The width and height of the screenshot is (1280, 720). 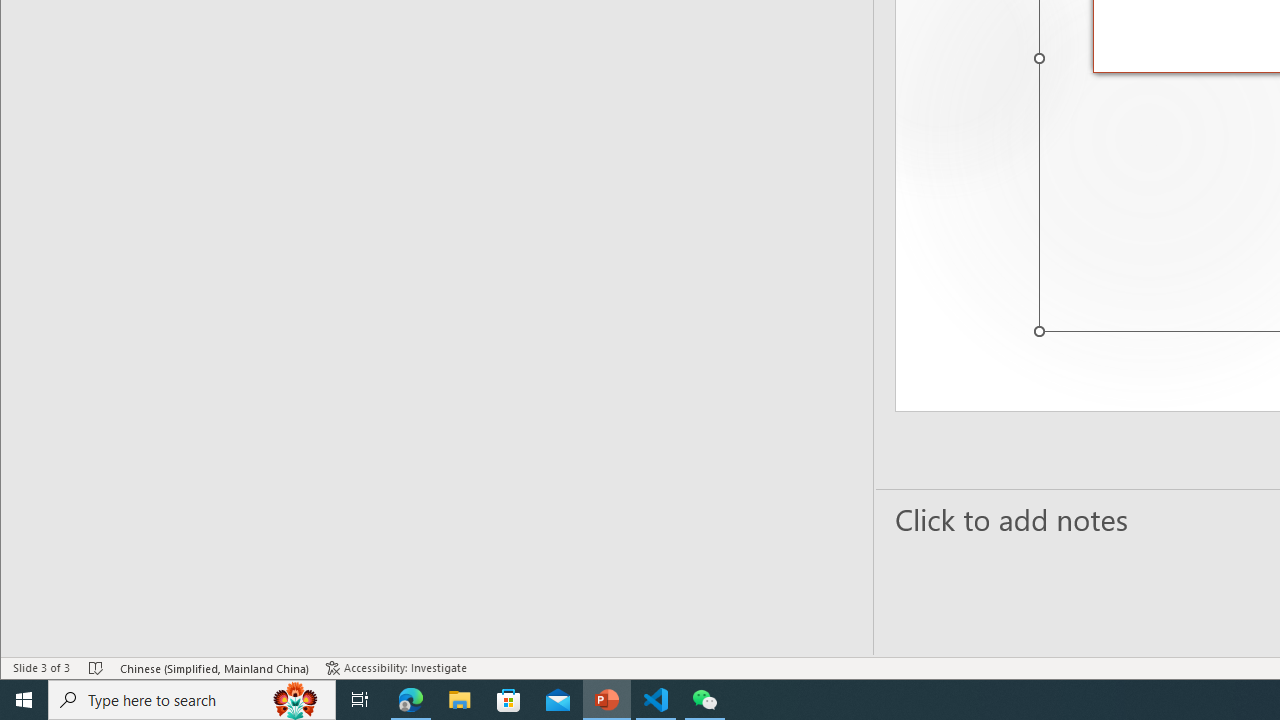 I want to click on 'File Explorer', so click(x=459, y=698).